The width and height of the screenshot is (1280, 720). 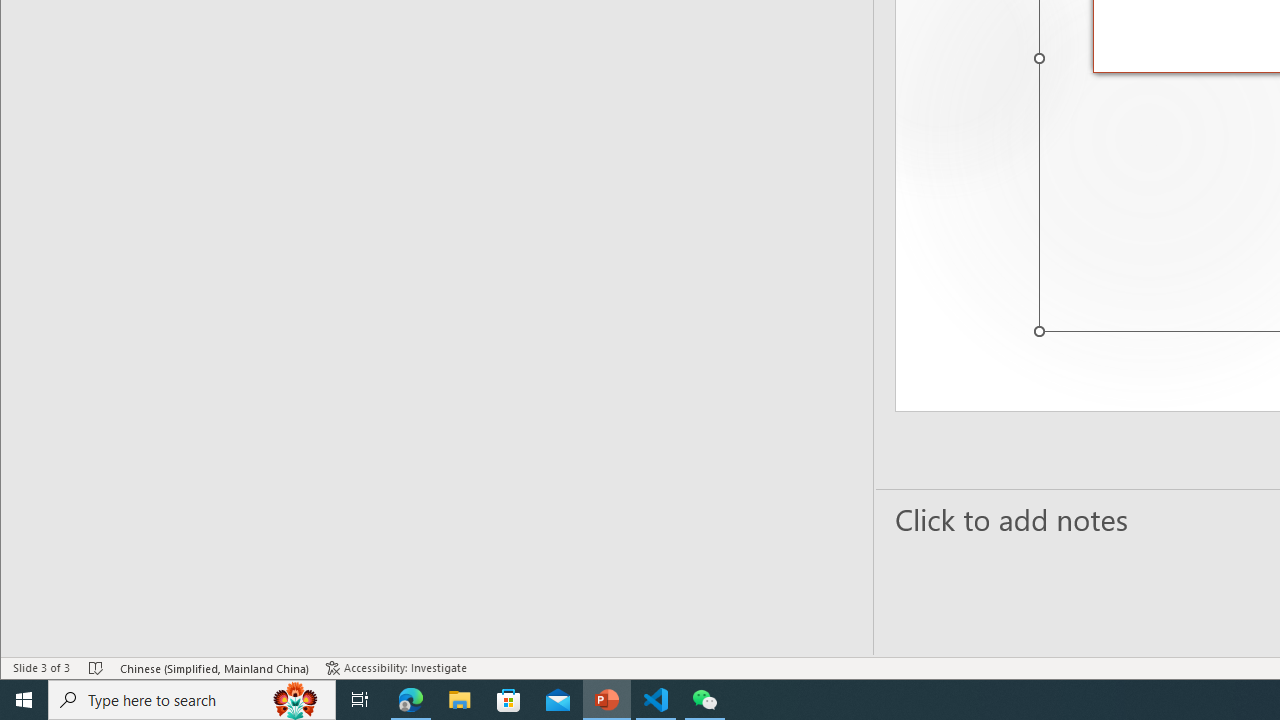 I want to click on 'File Explorer', so click(x=459, y=698).